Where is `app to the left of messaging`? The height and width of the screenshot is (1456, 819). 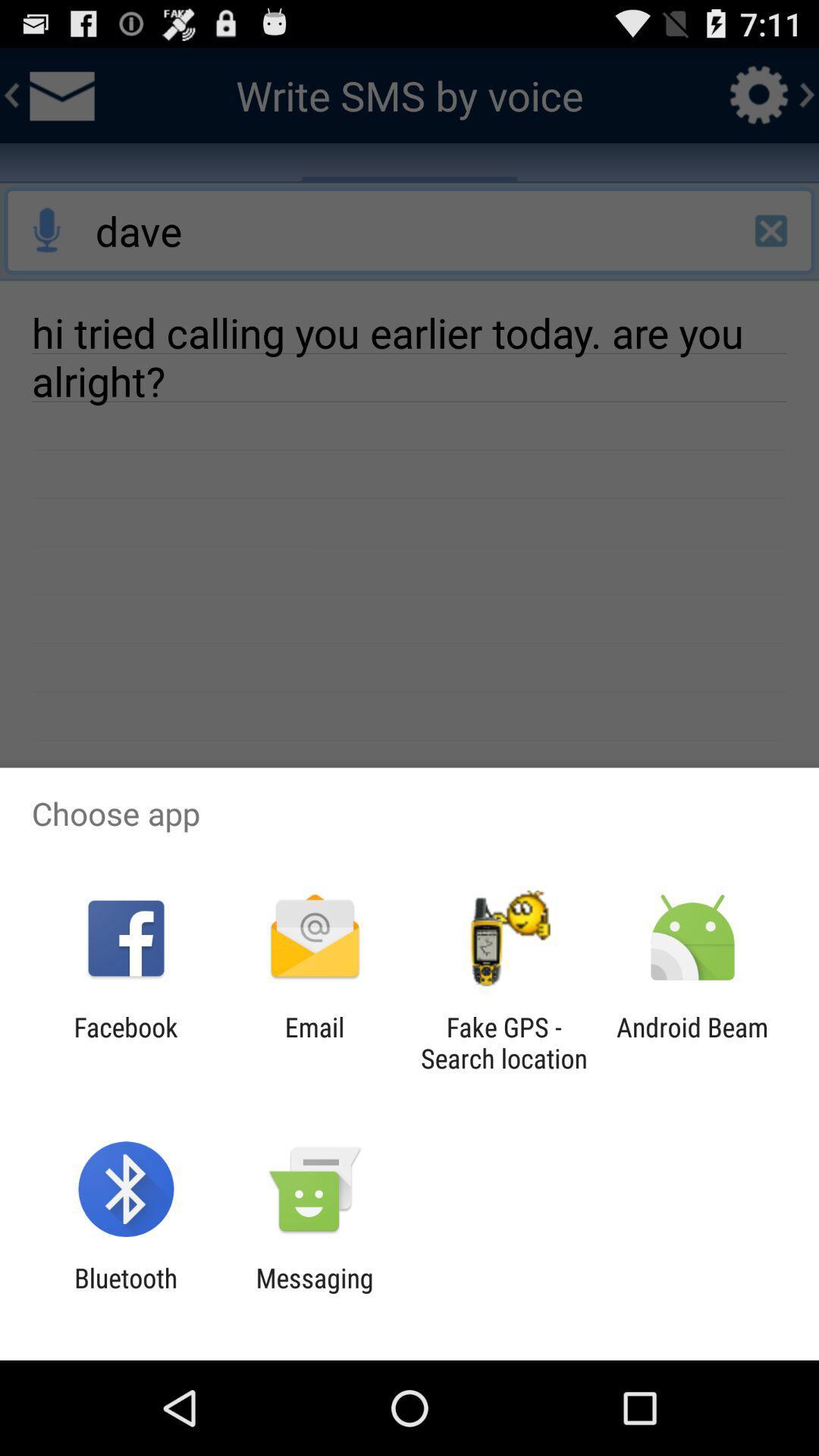 app to the left of messaging is located at coordinates (125, 1293).